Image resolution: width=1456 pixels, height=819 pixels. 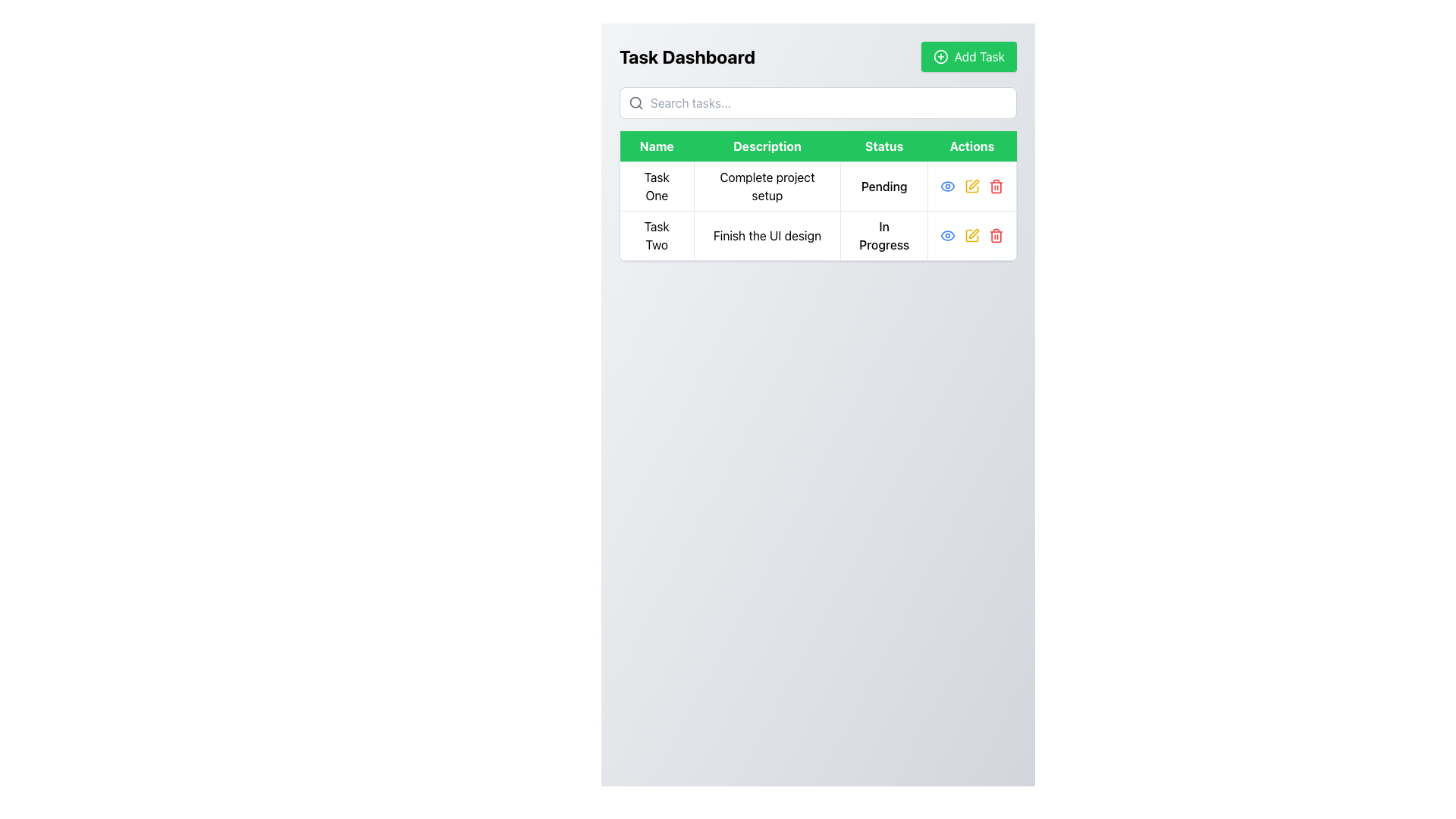 I want to click on the static text field in the 'Description' column of the task management table that describes the task 'Finish the UI design', located in the second row and second column, so click(x=767, y=236).